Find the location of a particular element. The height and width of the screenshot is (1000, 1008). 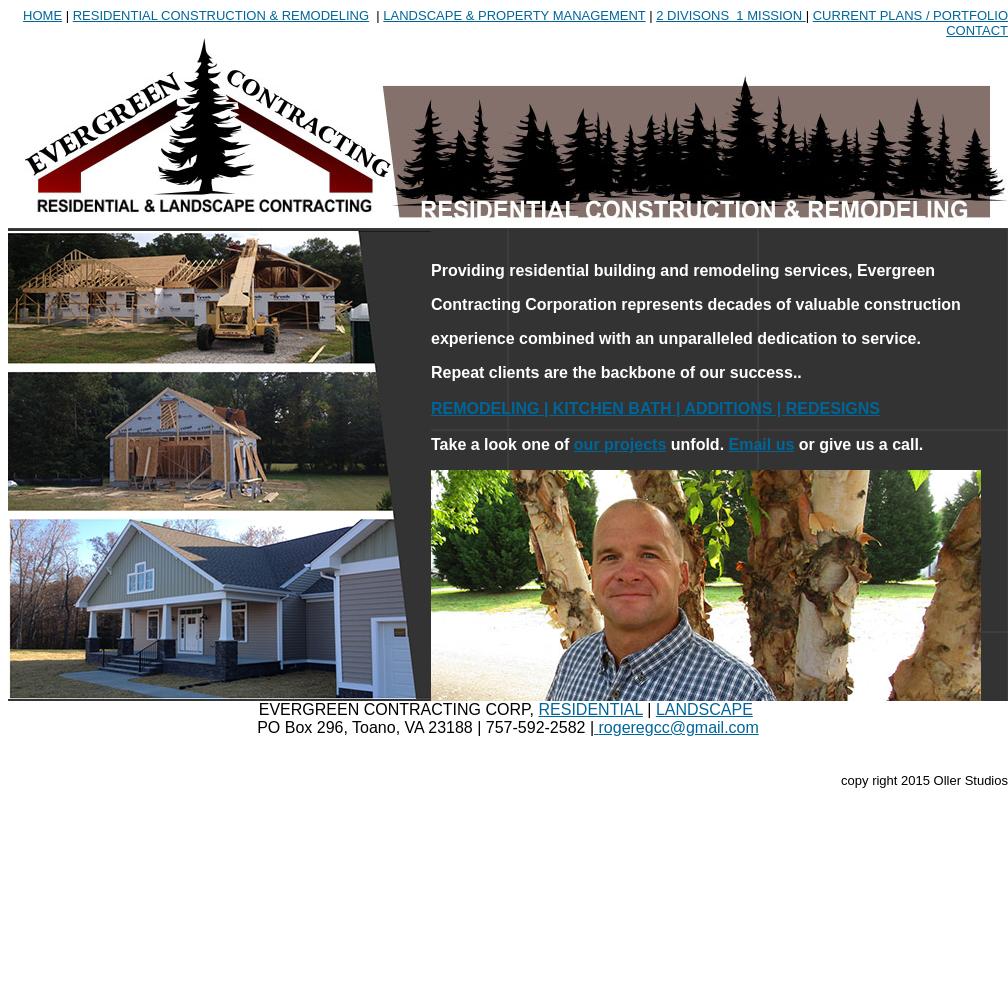

'represents decades of valuable construction' is located at coordinates (790, 304).